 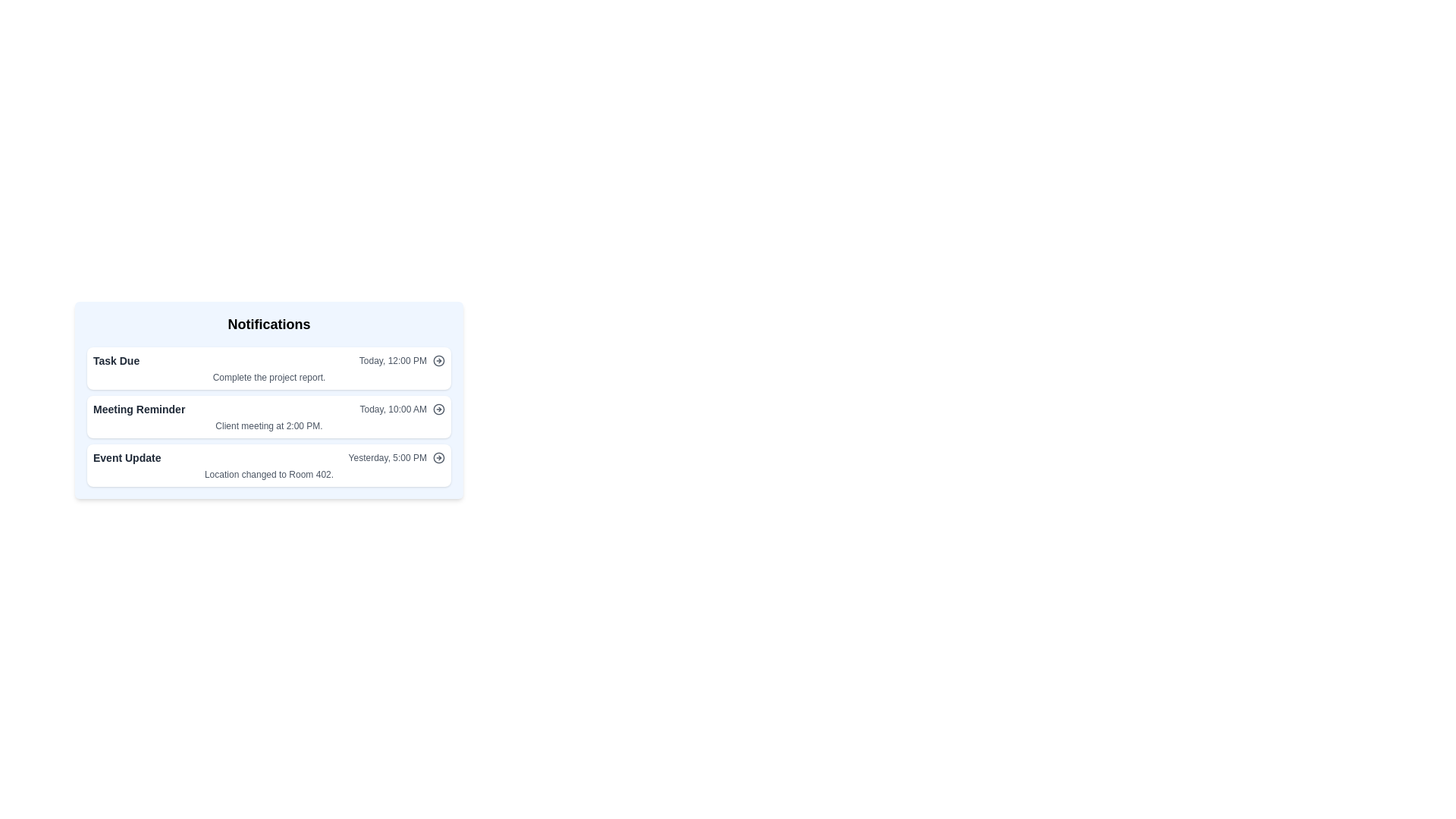 What do you see at coordinates (438, 457) in the screenshot?
I see `the circular SVG graphical element located near the bottom-right of the 'Event Update' notification` at bounding box center [438, 457].